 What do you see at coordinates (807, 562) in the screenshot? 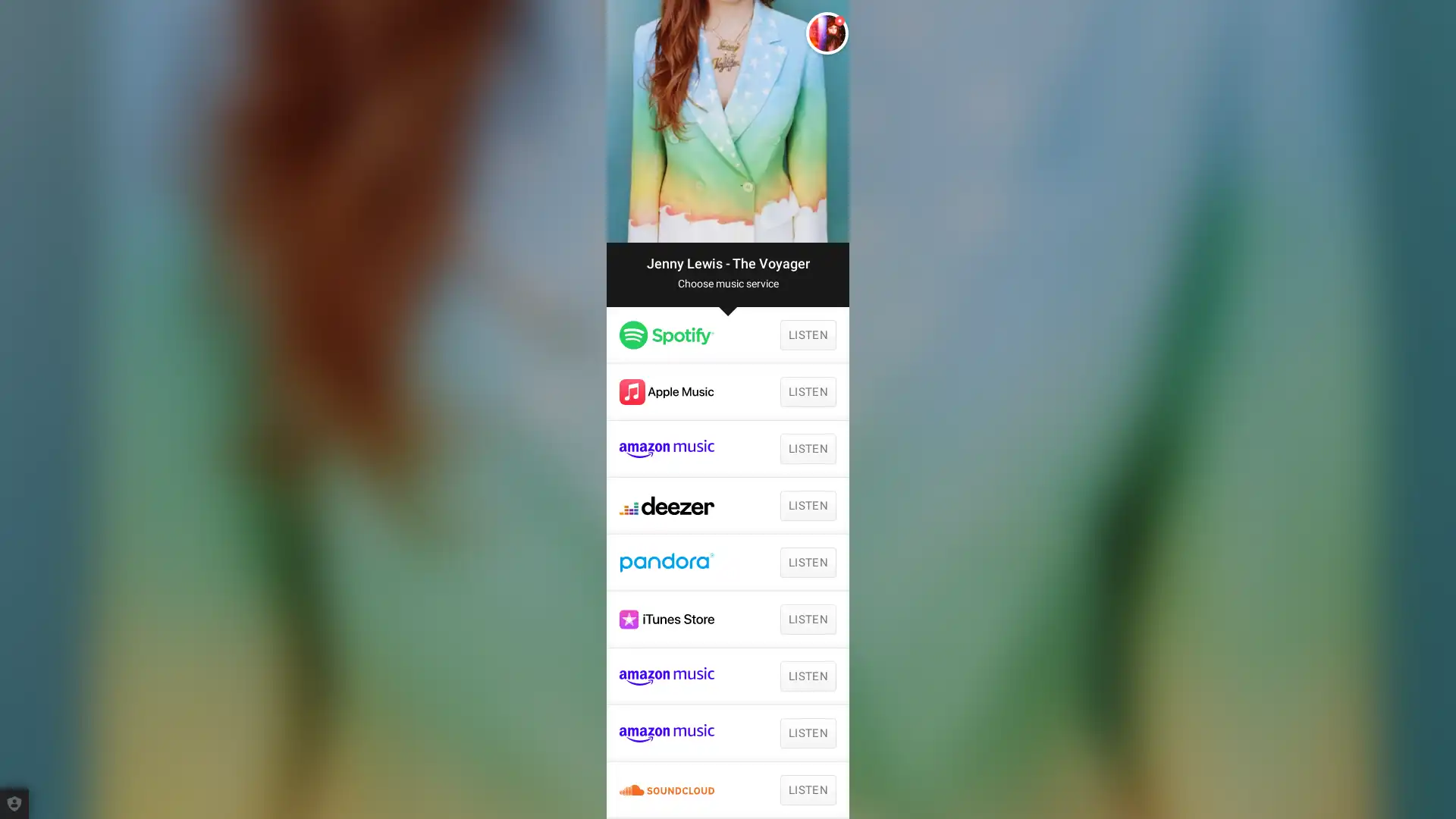
I see `LISTEN` at bounding box center [807, 562].